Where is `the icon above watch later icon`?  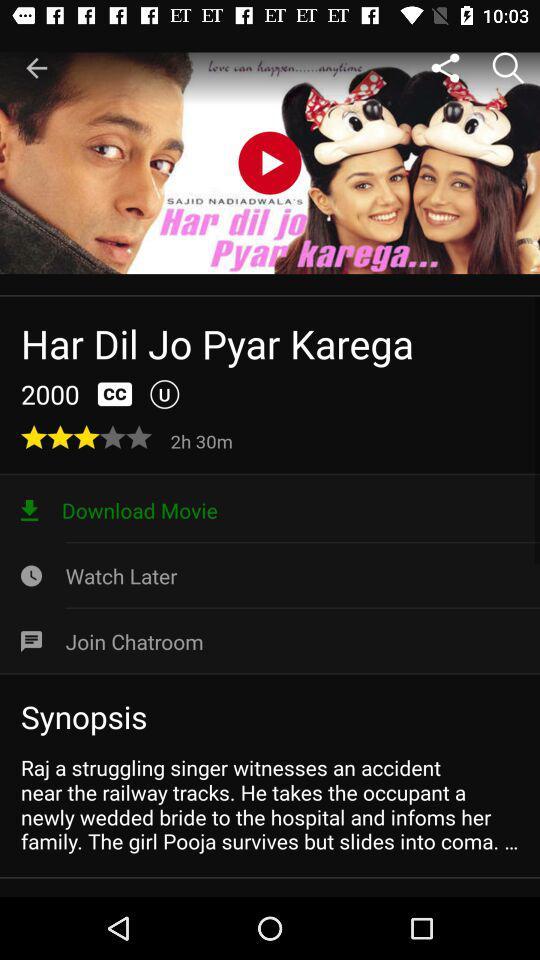
the icon above watch later icon is located at coordinates (270, 509).